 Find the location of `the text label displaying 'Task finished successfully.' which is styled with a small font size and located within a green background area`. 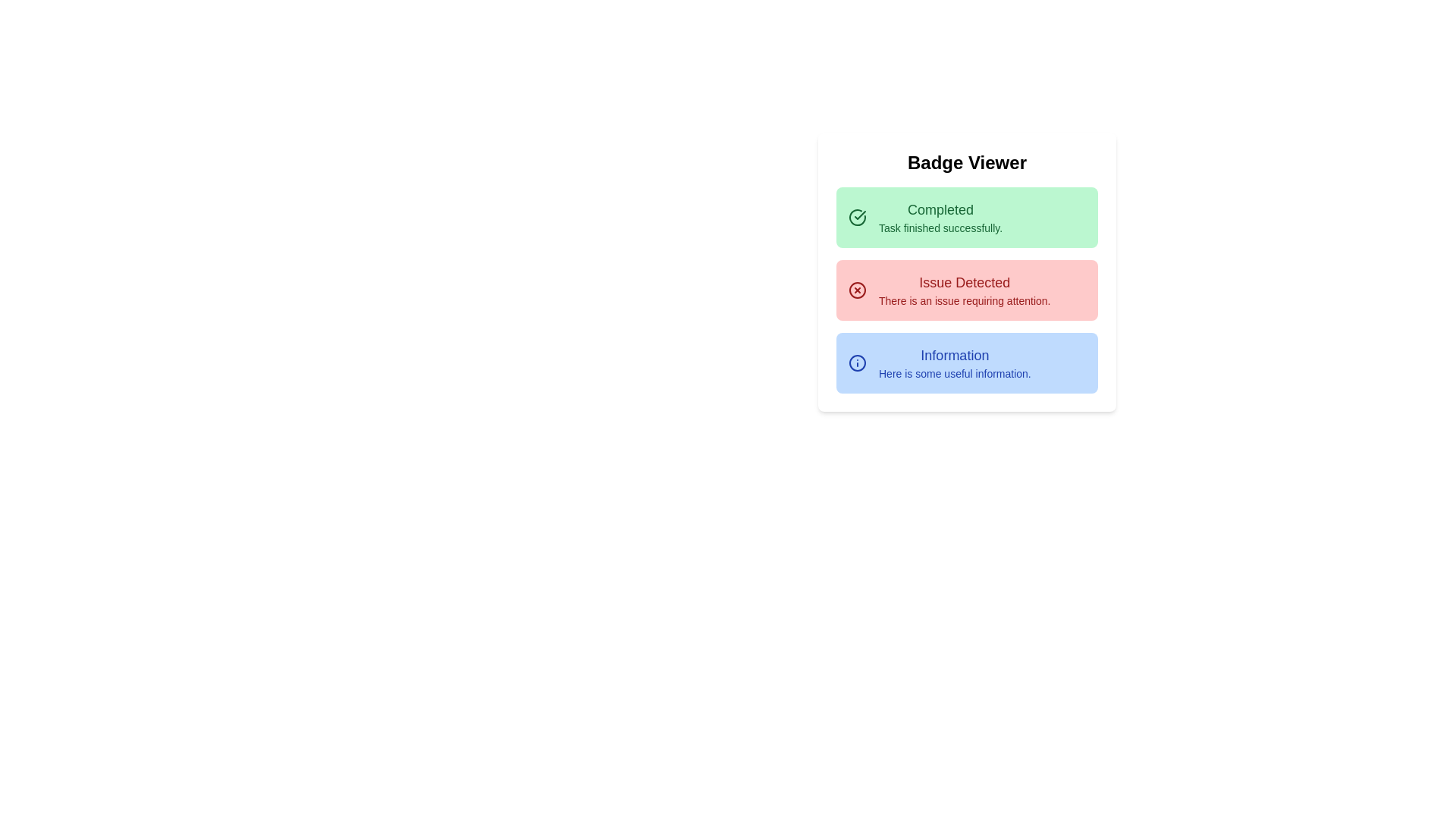

the text label displaying 'Task finished successfully.' which is styled with a small font size and located within a green background area is located at coordinates (940, 227).